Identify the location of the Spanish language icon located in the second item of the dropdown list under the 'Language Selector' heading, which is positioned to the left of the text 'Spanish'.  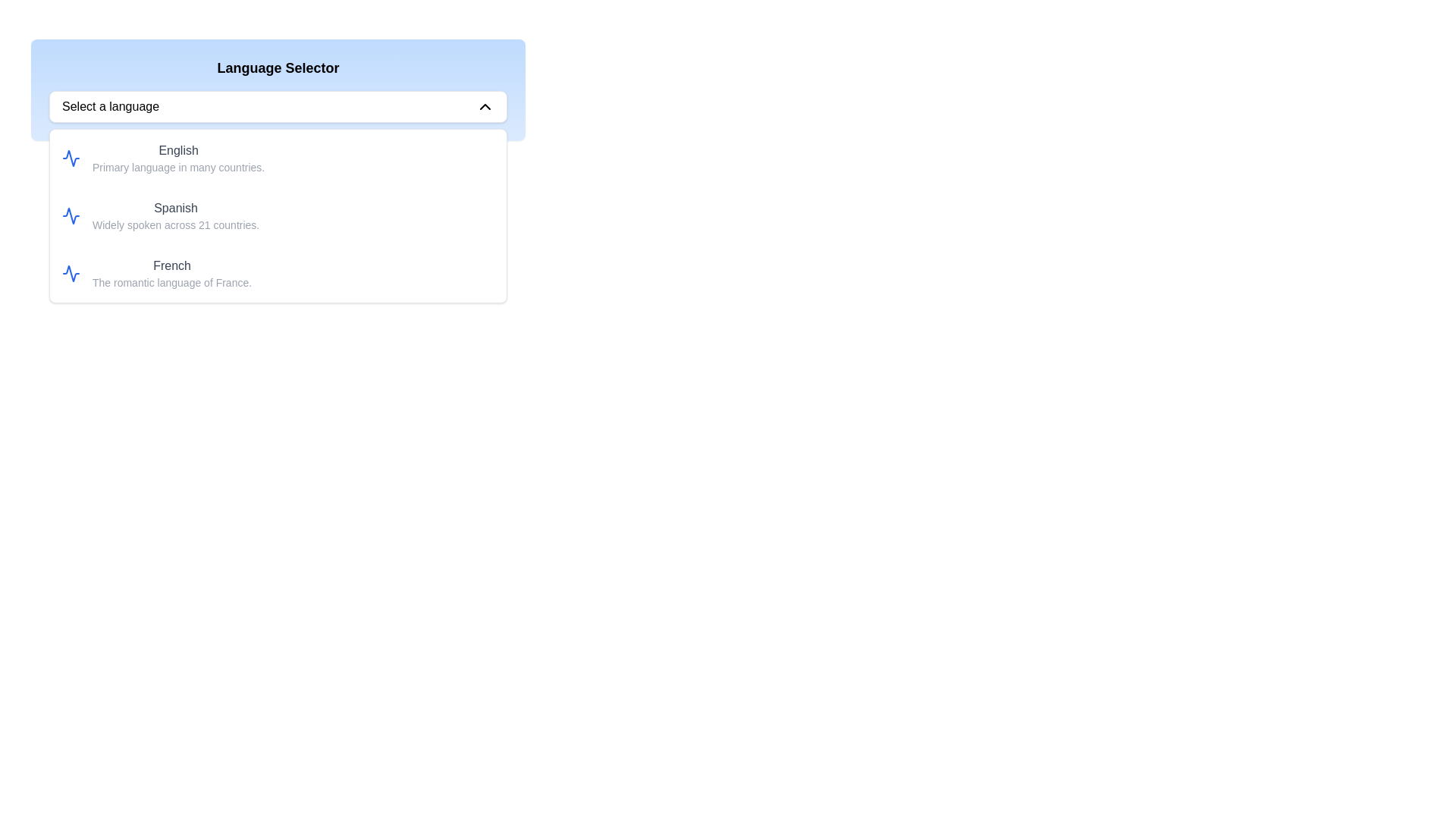
(71, 216).